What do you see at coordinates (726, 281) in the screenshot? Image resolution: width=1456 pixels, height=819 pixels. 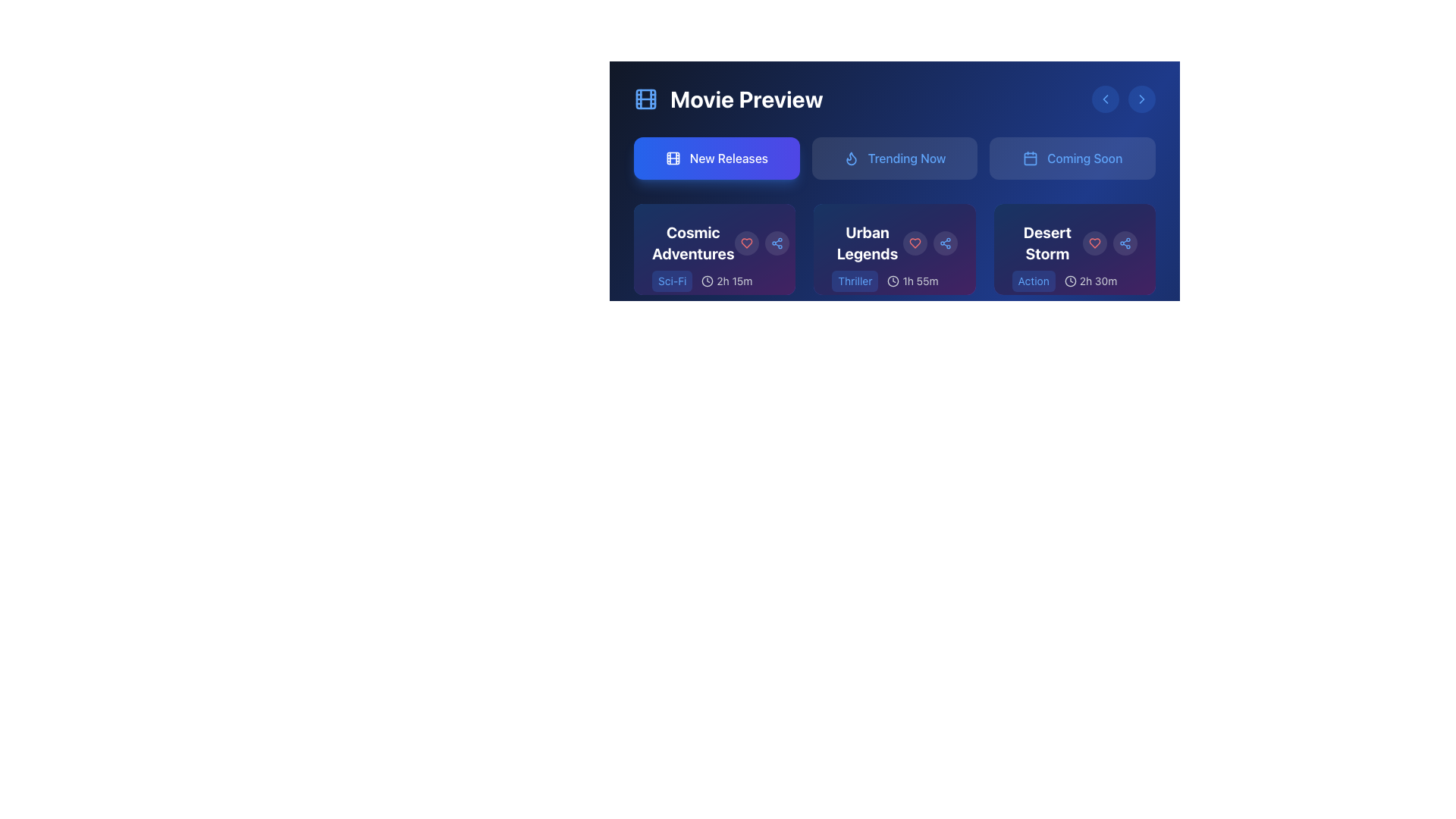 I see `displayed duration text '2h 15m' next to the clock icon in the middle card under 'New Releases' below 'Cosmic Adventures.'` at bounding box center [726, 281].